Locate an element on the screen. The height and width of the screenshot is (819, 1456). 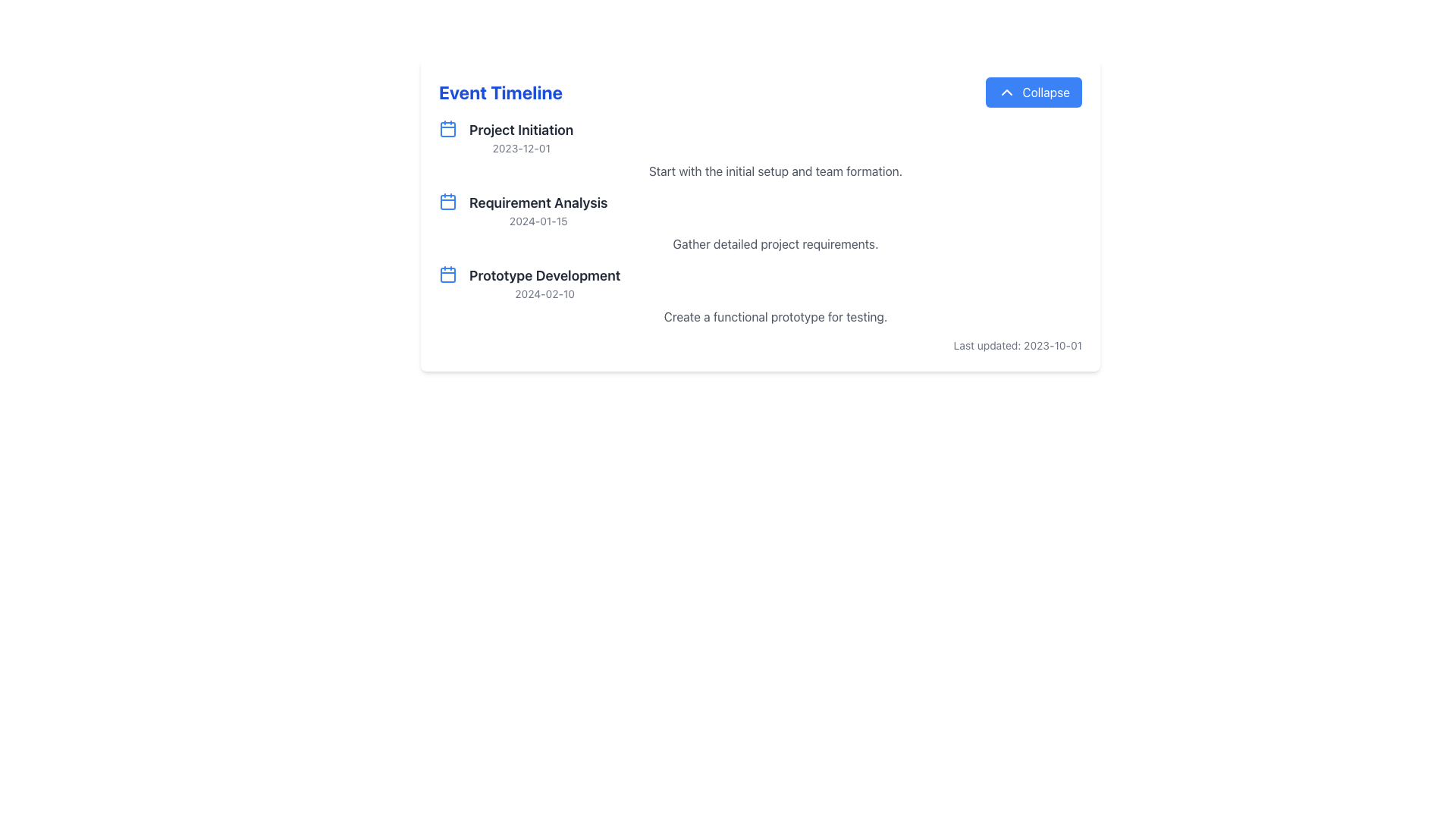
the graphical rectangle that represents the calendar icon located to the left of the text 'Project Initiation' in the 'Event Timeline' section is located at coordinates (447, 128).